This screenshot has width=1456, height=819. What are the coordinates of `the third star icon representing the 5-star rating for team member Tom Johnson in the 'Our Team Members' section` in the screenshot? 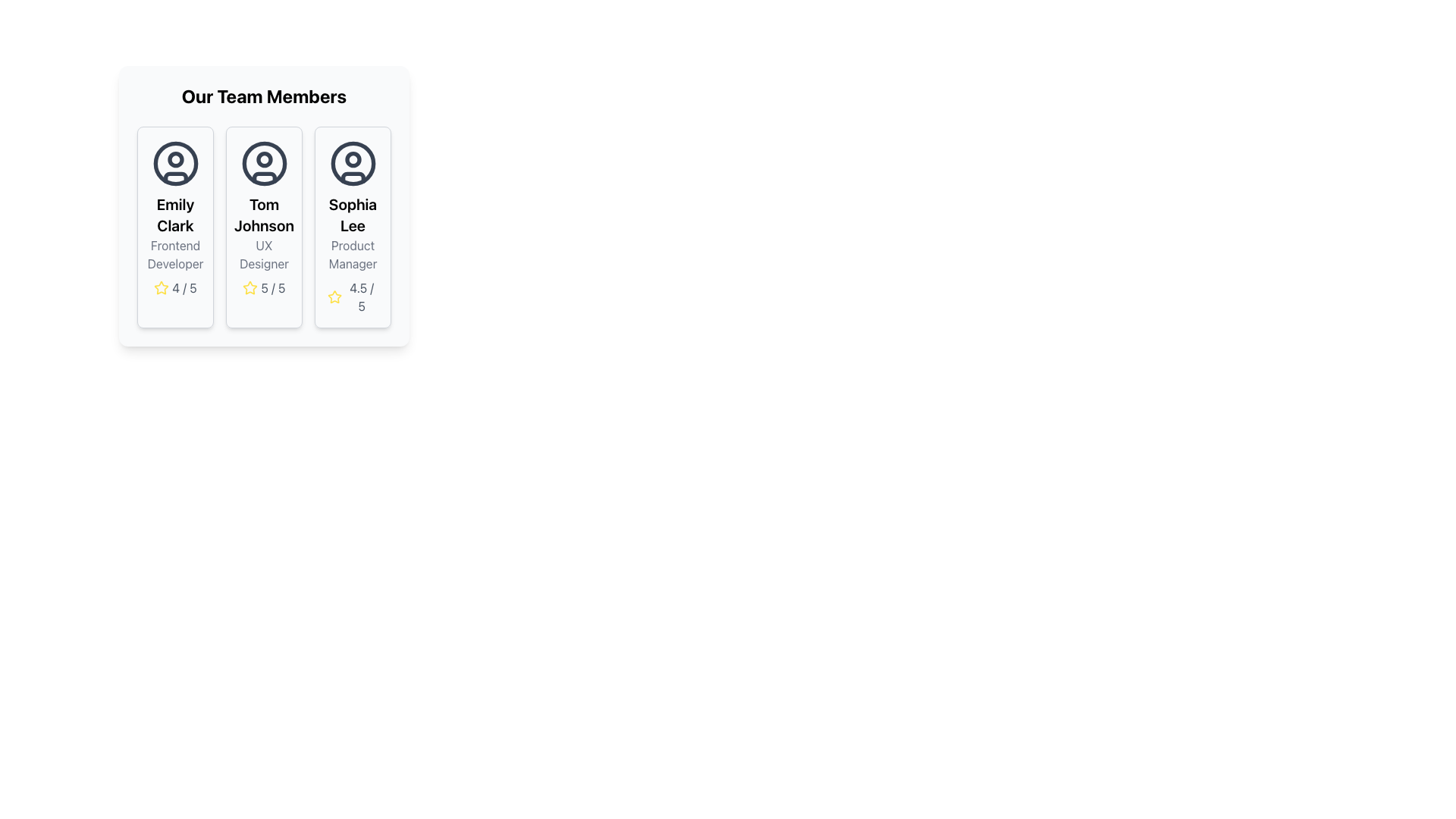 It's located at (250, 287).